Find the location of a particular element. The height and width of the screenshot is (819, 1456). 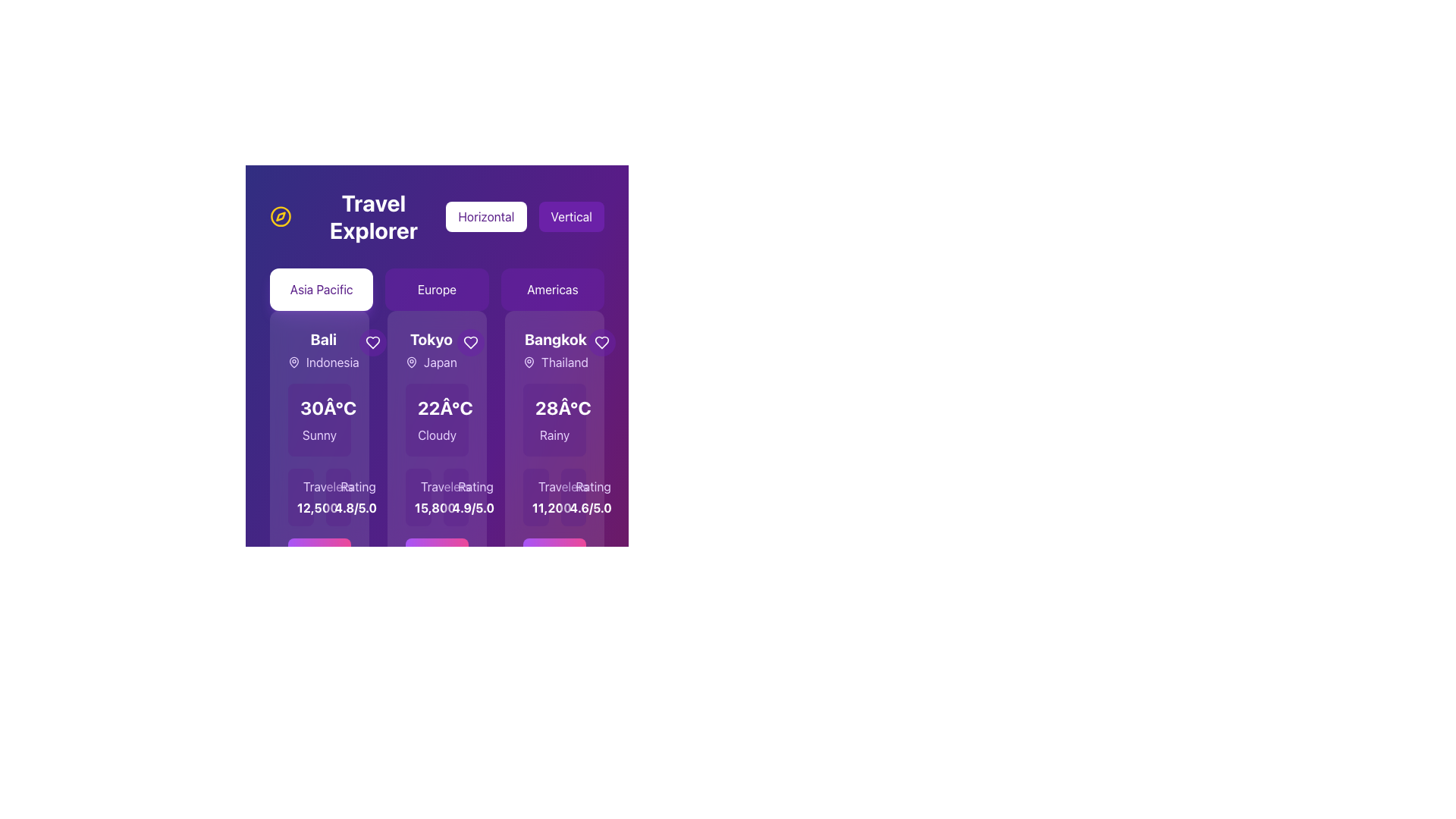

the 'rainy' weather condition label located in the third column under the 'Asia Pacific' tab for Bangkok is located at coordinates (554, 435).